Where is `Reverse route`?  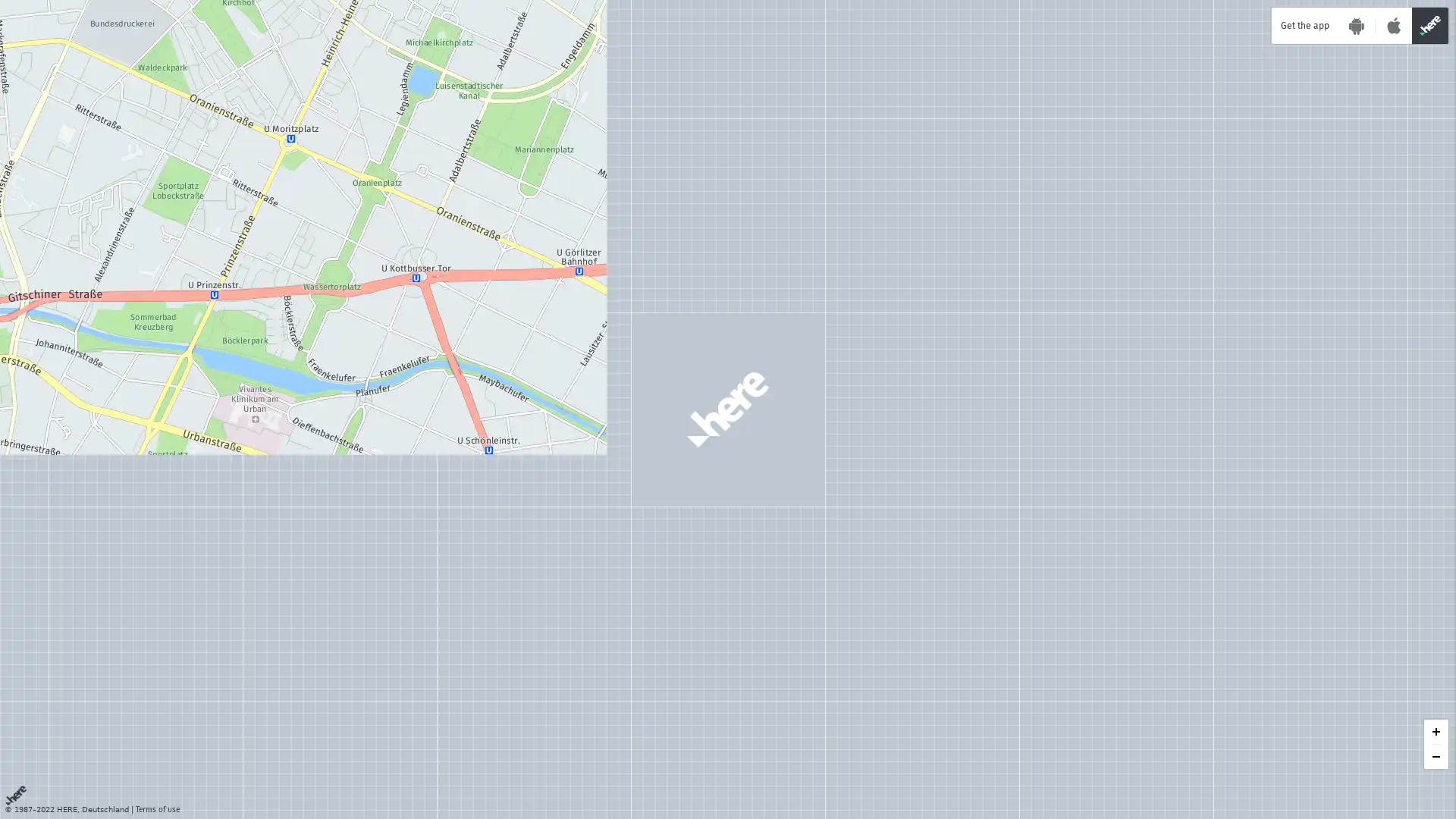
Reverse route is located at coordinates (243, 42).